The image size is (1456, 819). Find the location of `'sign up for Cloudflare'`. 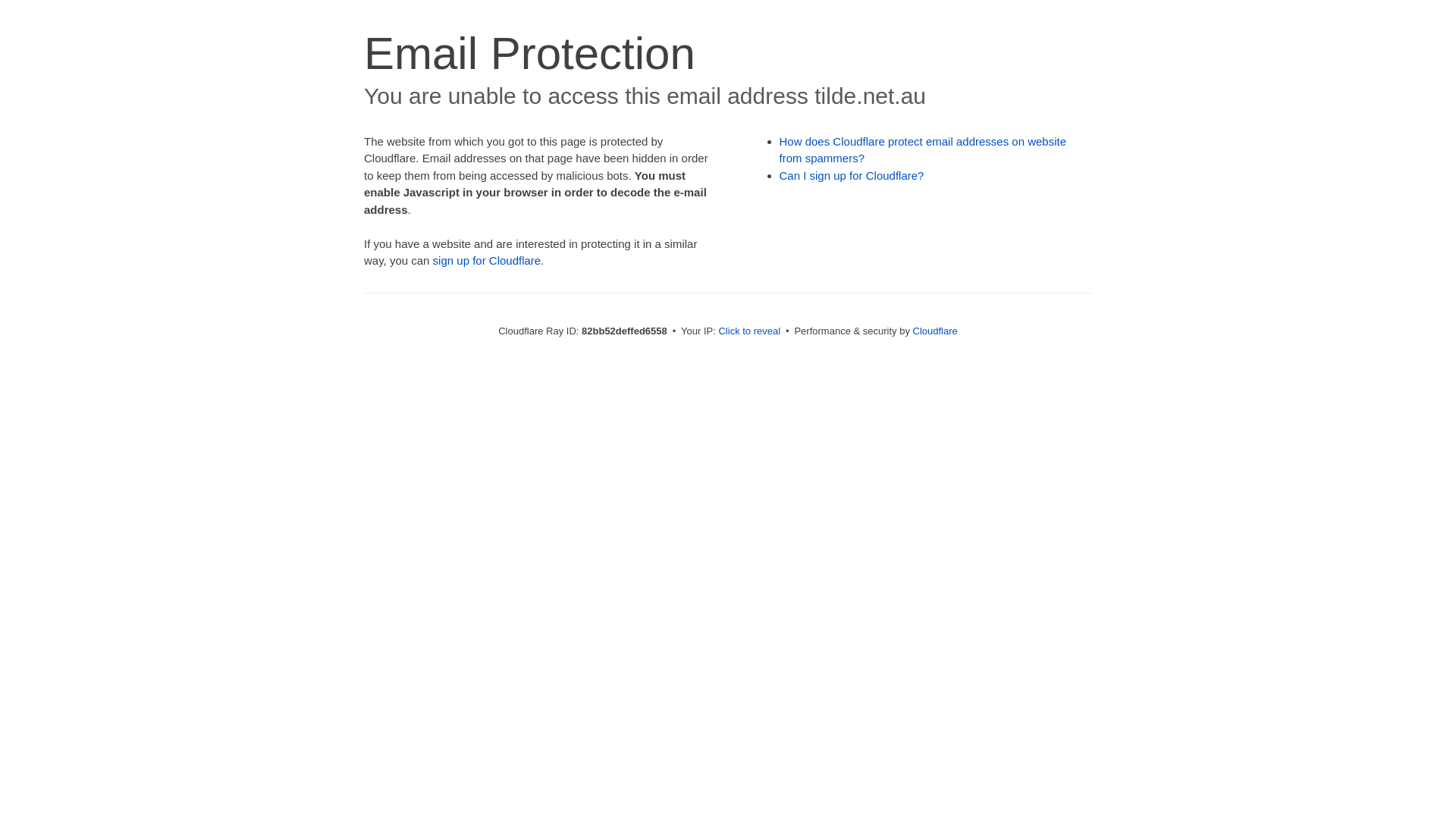

'sign up for Cloudflare' is located at coordinates (487, 259).